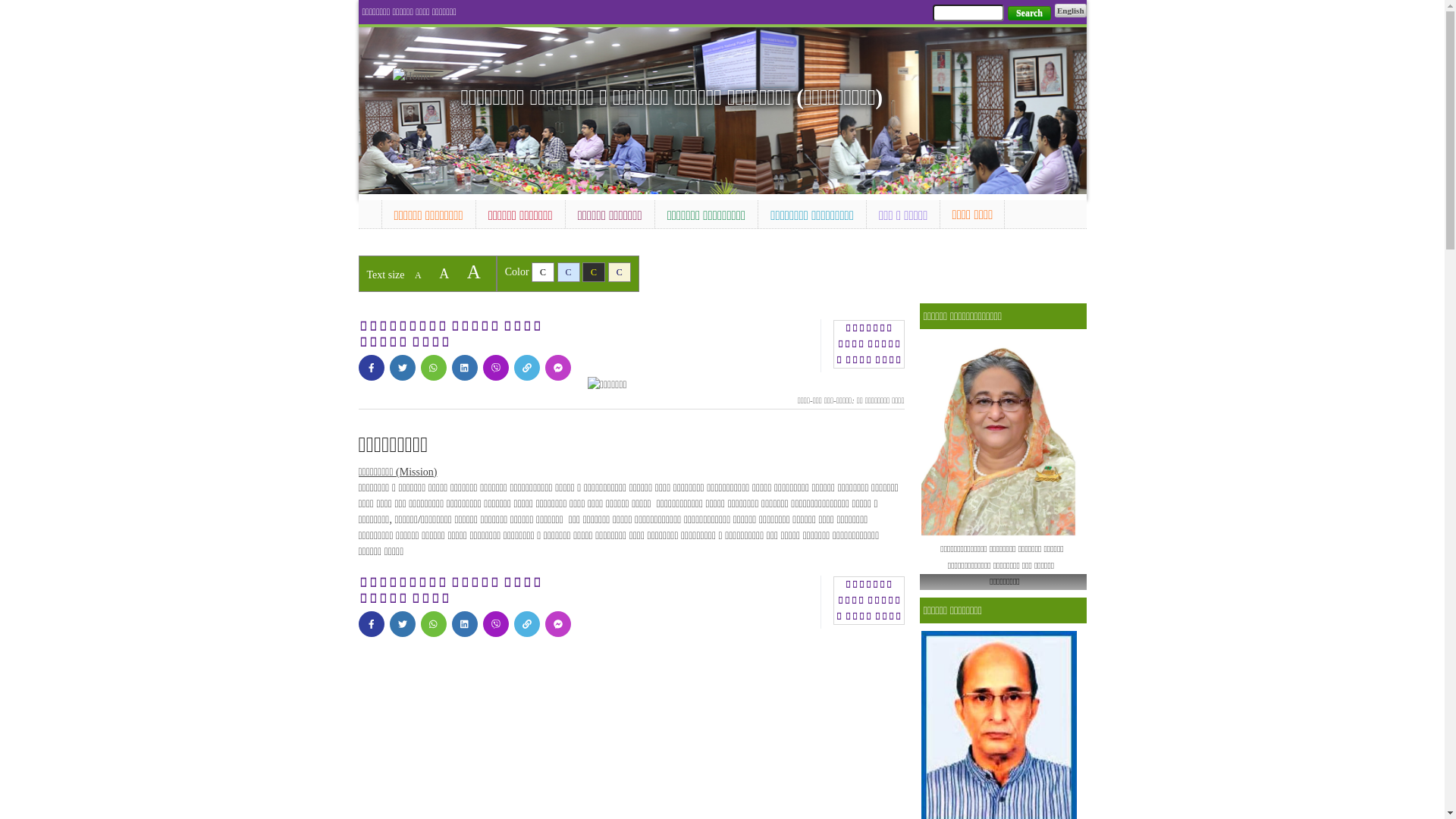  Describe the element at coordinates (1008, 13) in the screenshot. I see `'Search'` at that location.